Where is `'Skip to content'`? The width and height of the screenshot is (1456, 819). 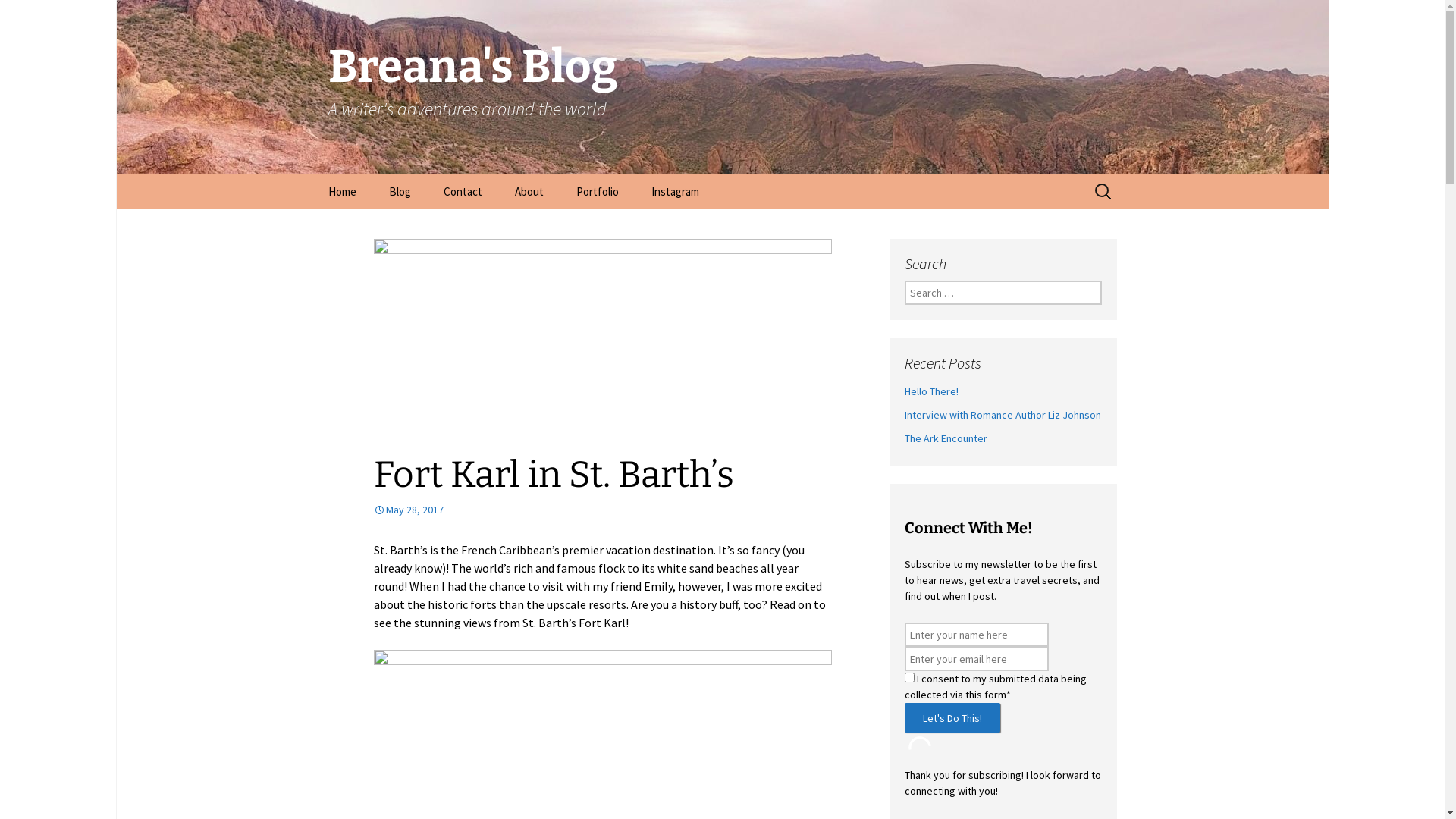 'Skip to content' is located at coordinates (312, 173).